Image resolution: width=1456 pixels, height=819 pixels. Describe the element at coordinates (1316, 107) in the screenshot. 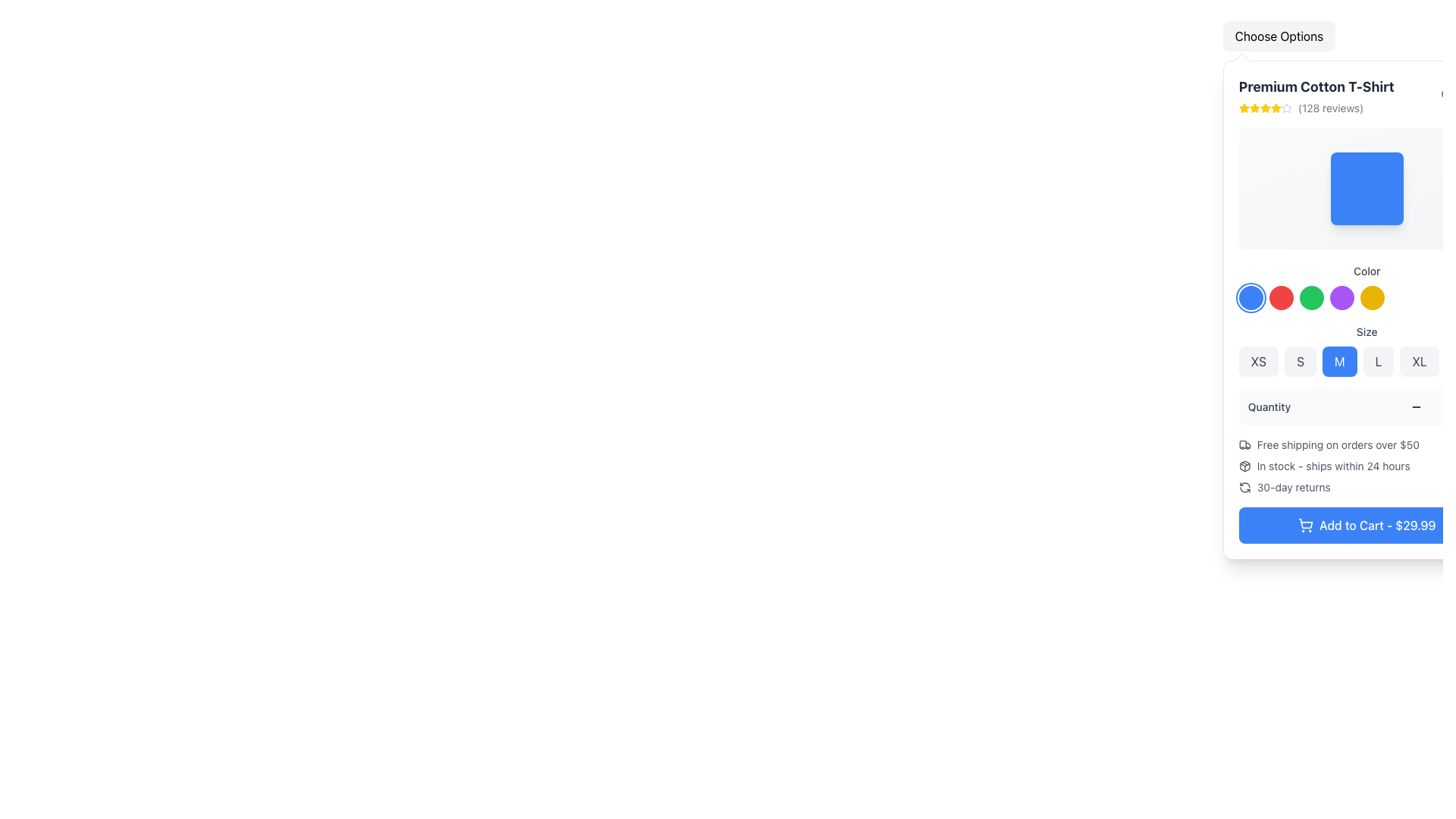

I see `the text label displaying '(128 reviews)' which is styled in gray and located under the title 'Premium Cotton T-Shirt'` at that location.